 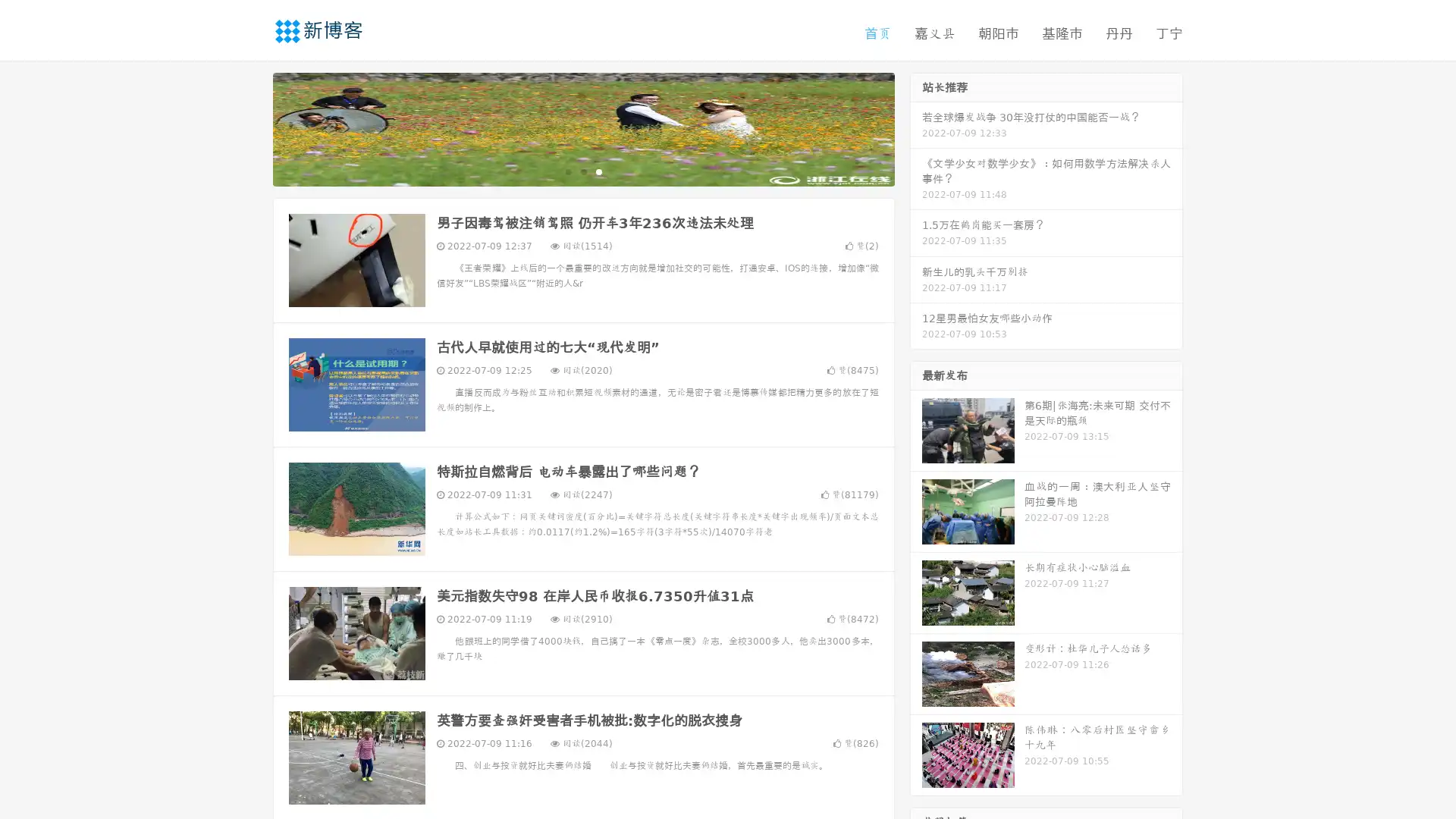 I want to click on Previous slide, so click(x=250, y=127).